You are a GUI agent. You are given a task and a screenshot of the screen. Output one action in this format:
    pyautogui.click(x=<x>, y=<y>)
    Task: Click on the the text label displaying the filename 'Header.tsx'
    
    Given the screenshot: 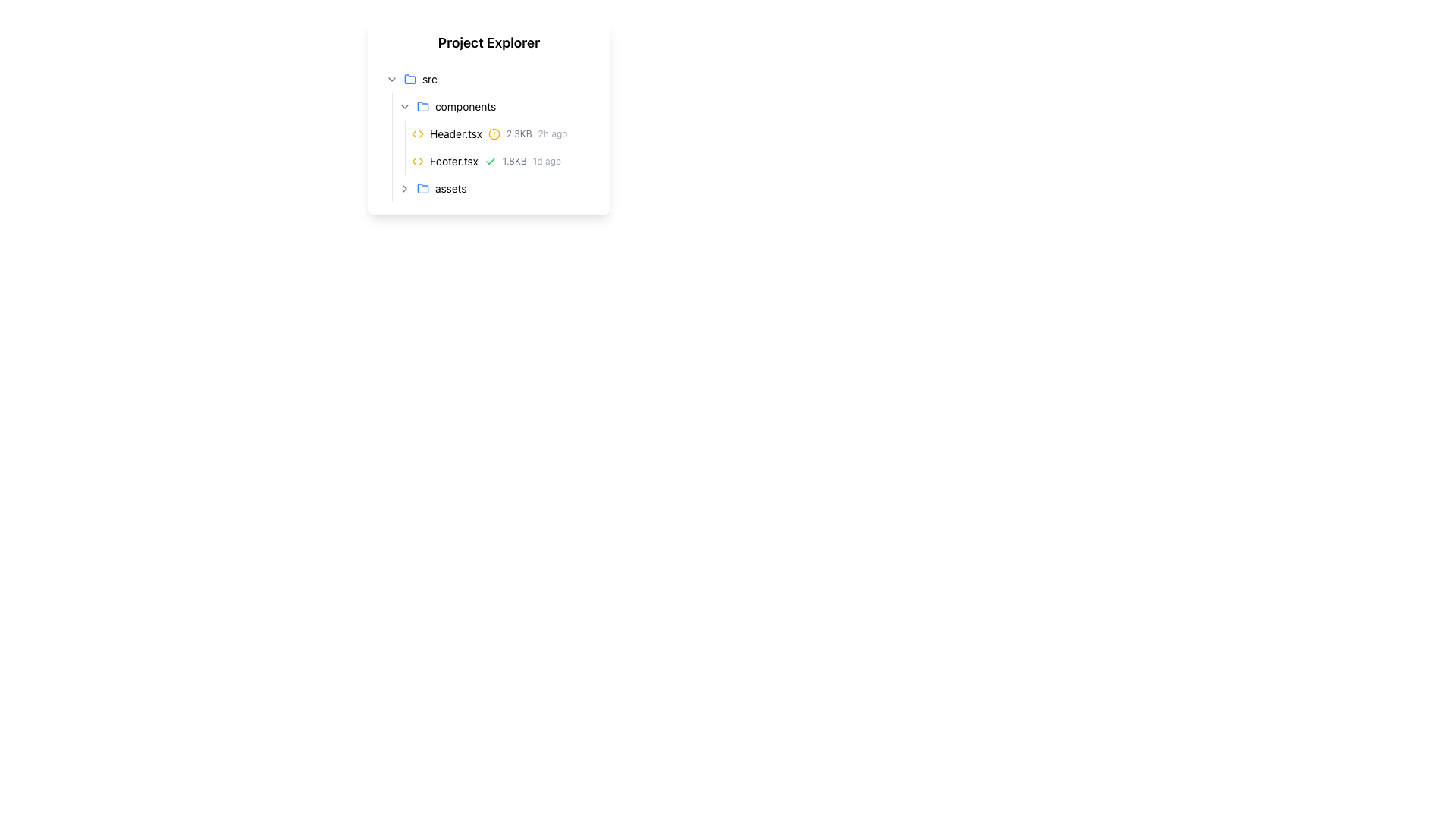 What is the action you would take?
    pyautogui.click(x=455, y=133)
    